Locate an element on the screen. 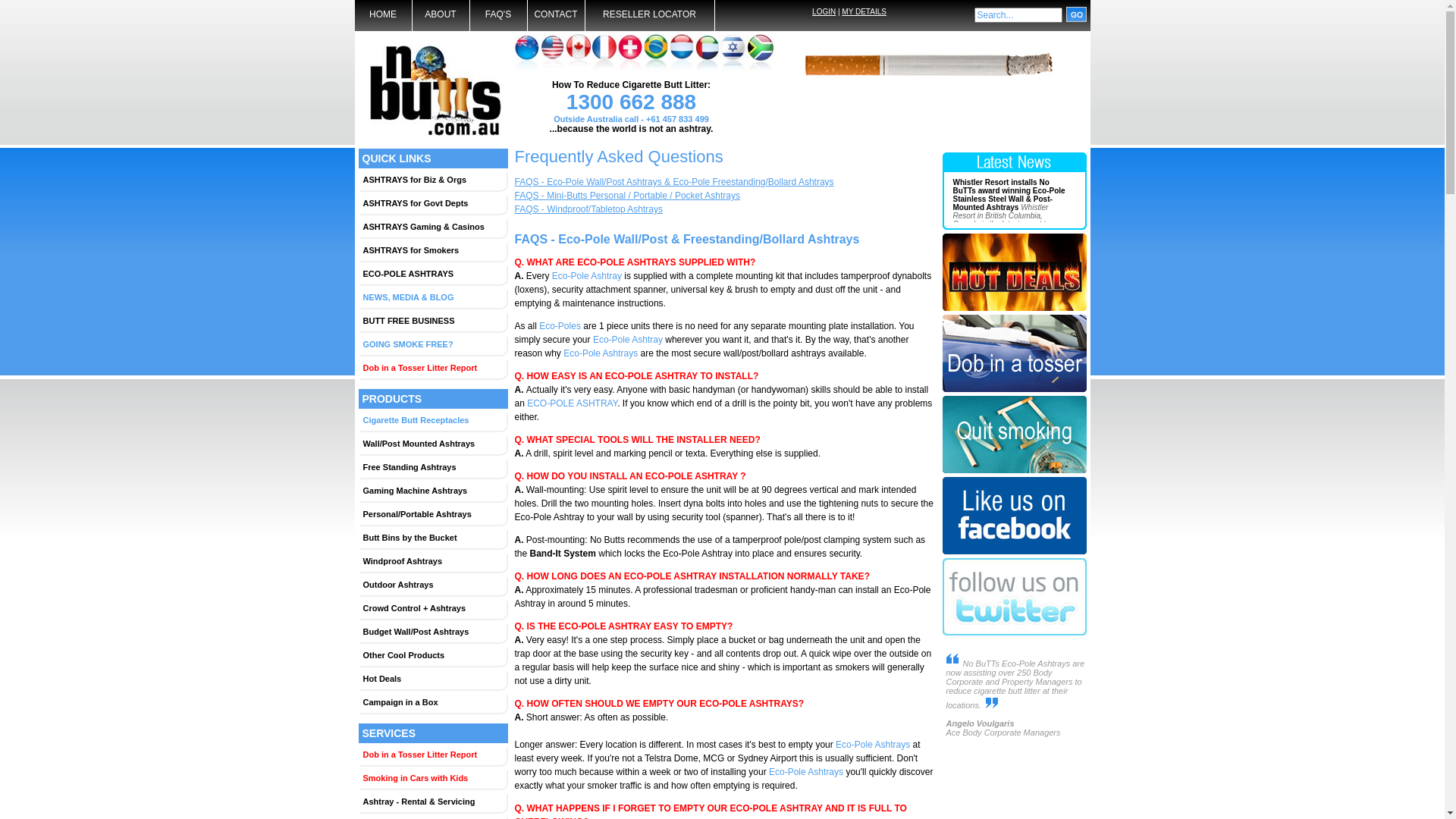 The width and height of the screenshot is (1456, 819). 'Quit Smoking here' is located at coordinates (941, 436).